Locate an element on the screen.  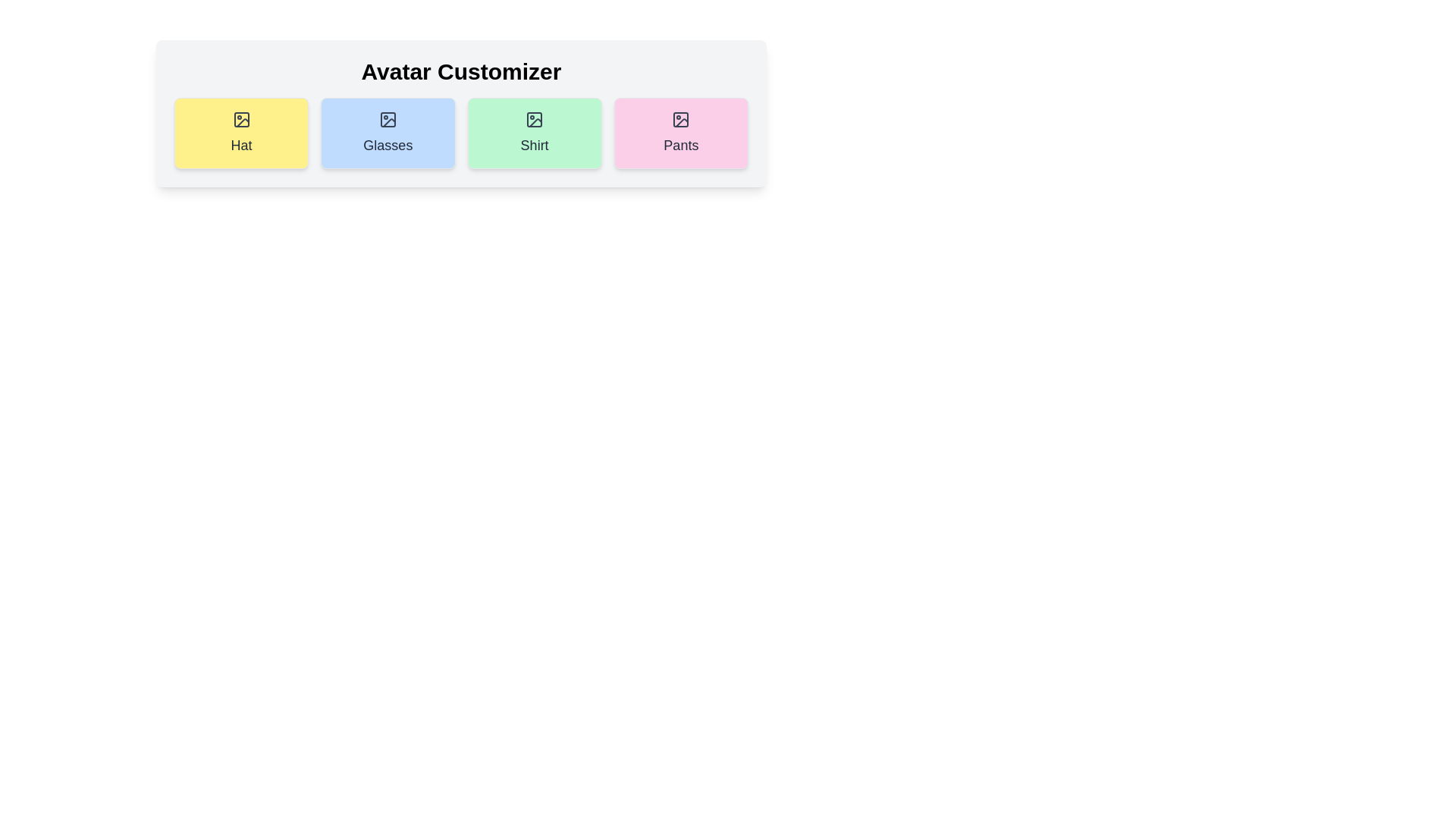
the image placeholder icon located inside the green box labeled 'Shirt', which is the third box from the left under the 'Avatar Customizer' heading is located at coordinates (535, 119).